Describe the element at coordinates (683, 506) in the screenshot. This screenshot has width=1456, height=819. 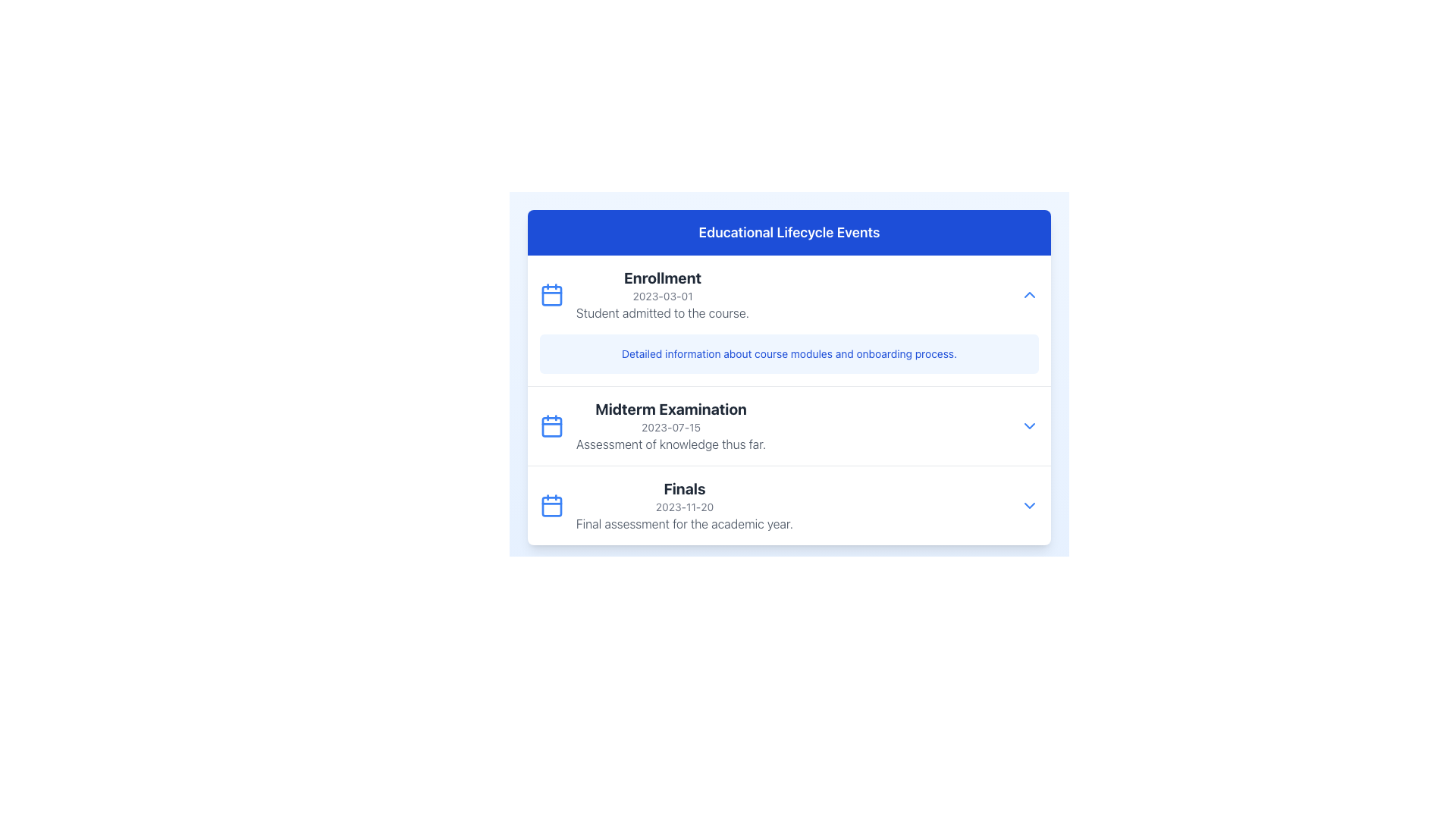
I see `text content of the 'Finals' event in the Educational Lifecycle Events section, which includes the title, date, and description` at that location.